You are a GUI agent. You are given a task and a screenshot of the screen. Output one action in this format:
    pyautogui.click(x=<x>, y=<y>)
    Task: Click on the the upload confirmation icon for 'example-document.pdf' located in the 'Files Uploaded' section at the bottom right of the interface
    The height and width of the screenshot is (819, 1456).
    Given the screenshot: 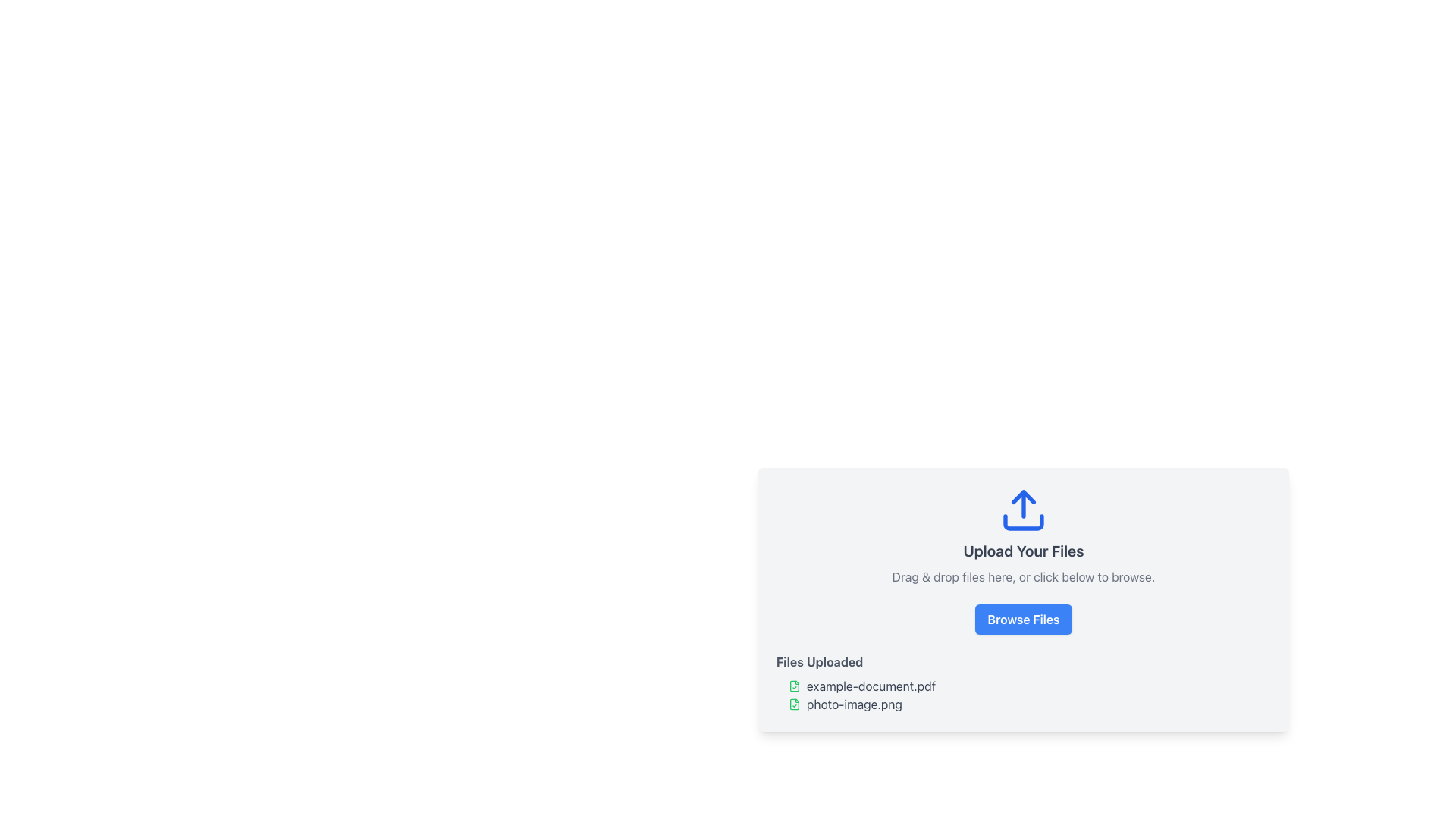 What is the action you would take?
    pyautogui.click(x=793, y=686)
    